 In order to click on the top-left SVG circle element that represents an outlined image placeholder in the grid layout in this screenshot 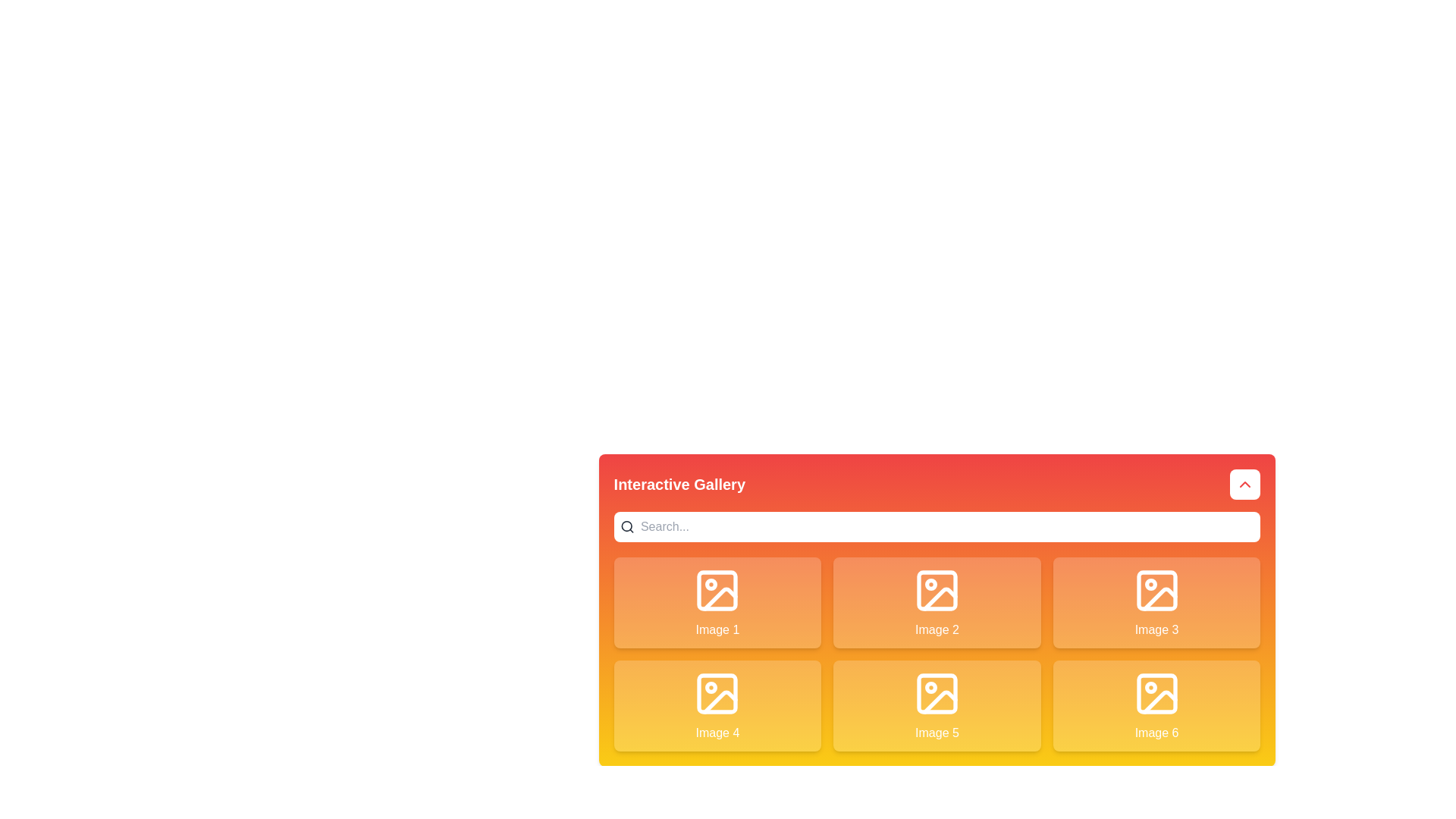, I will do `click(711, 584)`.